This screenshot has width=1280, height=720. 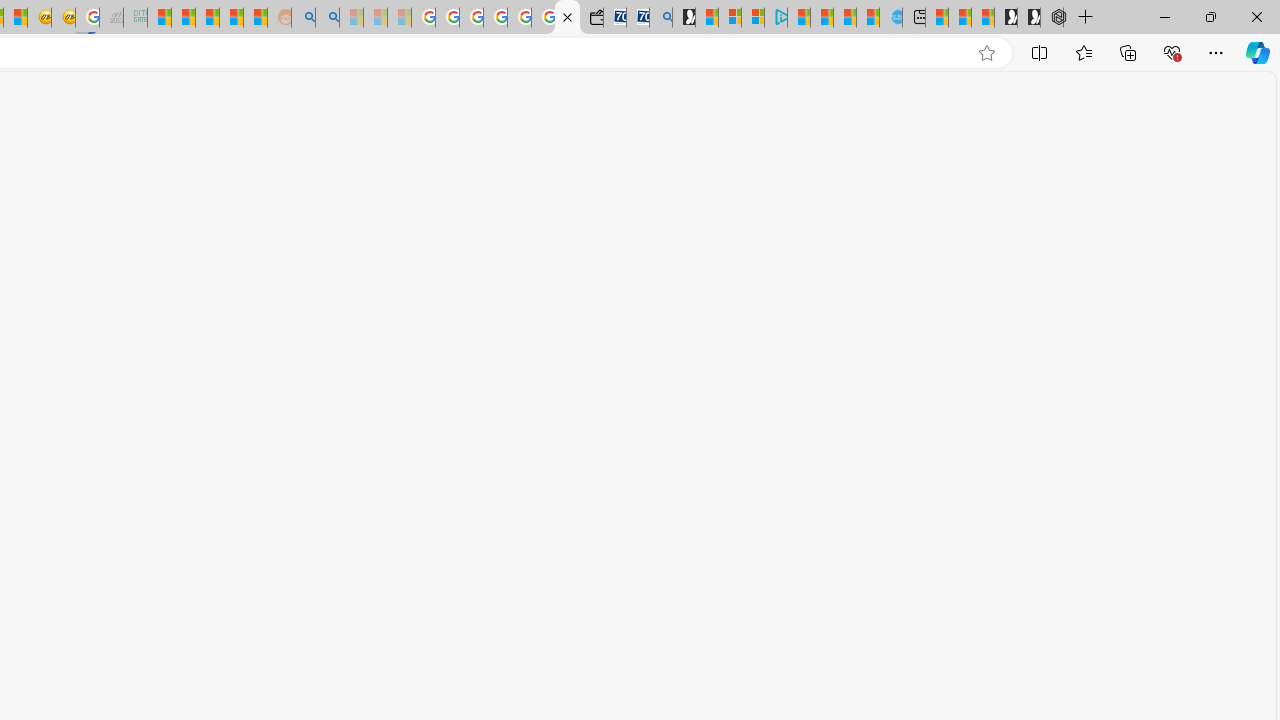 What do you see at coordinates (231, 17) in the screenshot?
I see `'Student Loan Update: Forgiveness Program Ends This Month'` at bounding box center [231, 17].